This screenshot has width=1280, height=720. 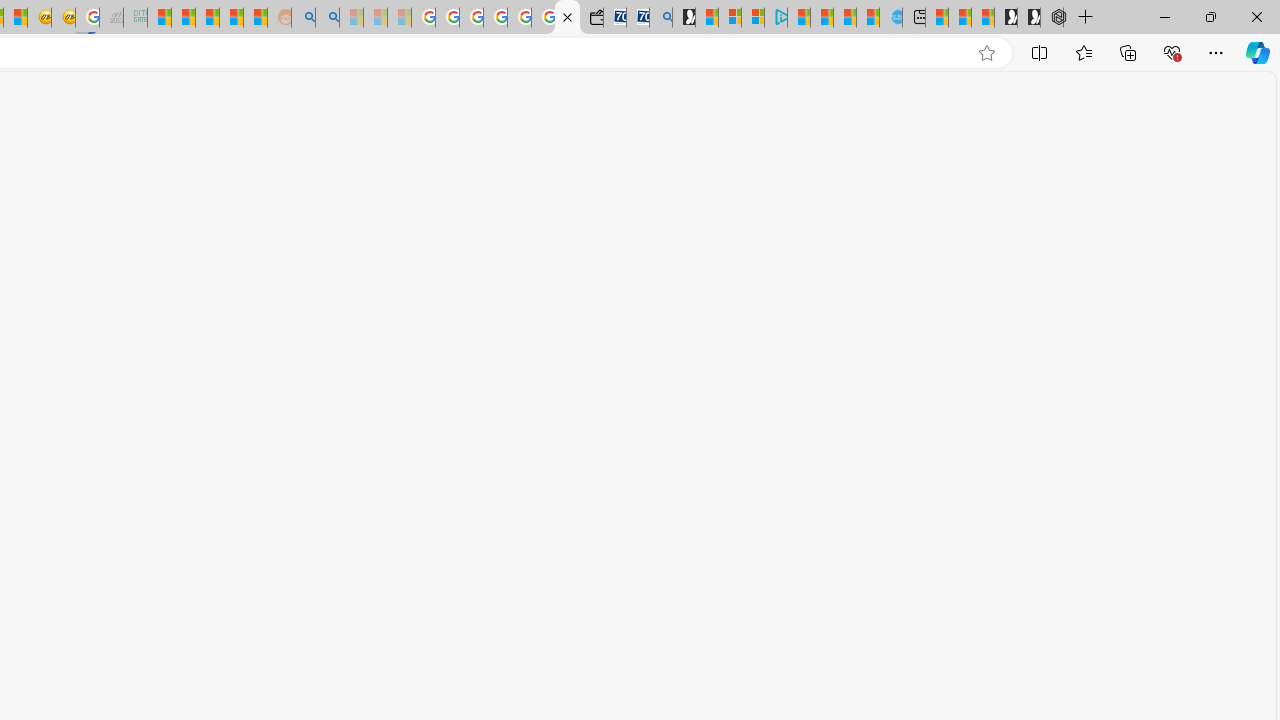 What do you see at coordinates (231, 17) in the screenshot?
I see `'Student Loan Update: Forgiveness Program Ends This Month'` at bounding box center [231, 17].